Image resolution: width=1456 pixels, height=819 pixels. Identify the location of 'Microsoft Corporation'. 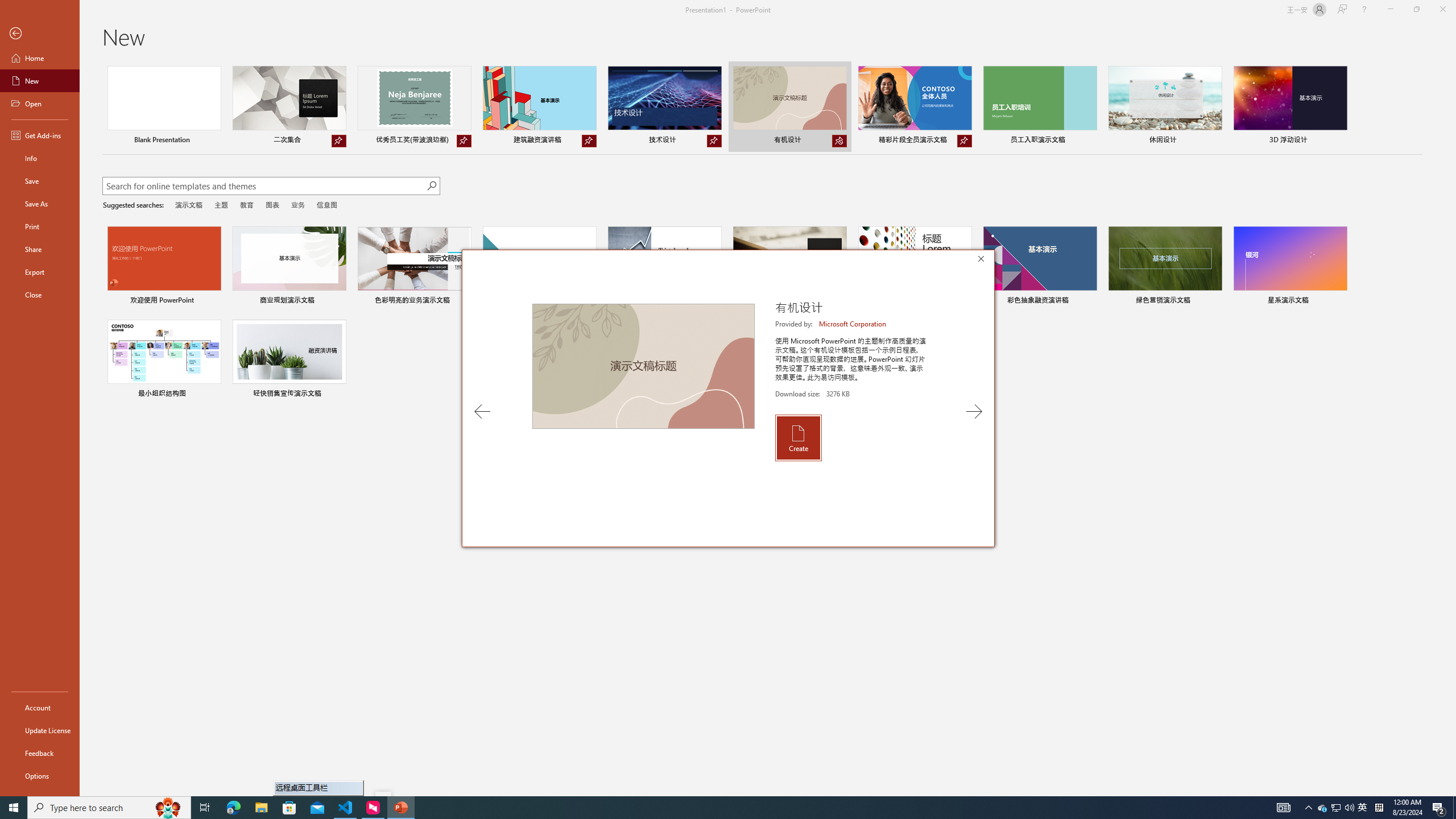
(853, 323).